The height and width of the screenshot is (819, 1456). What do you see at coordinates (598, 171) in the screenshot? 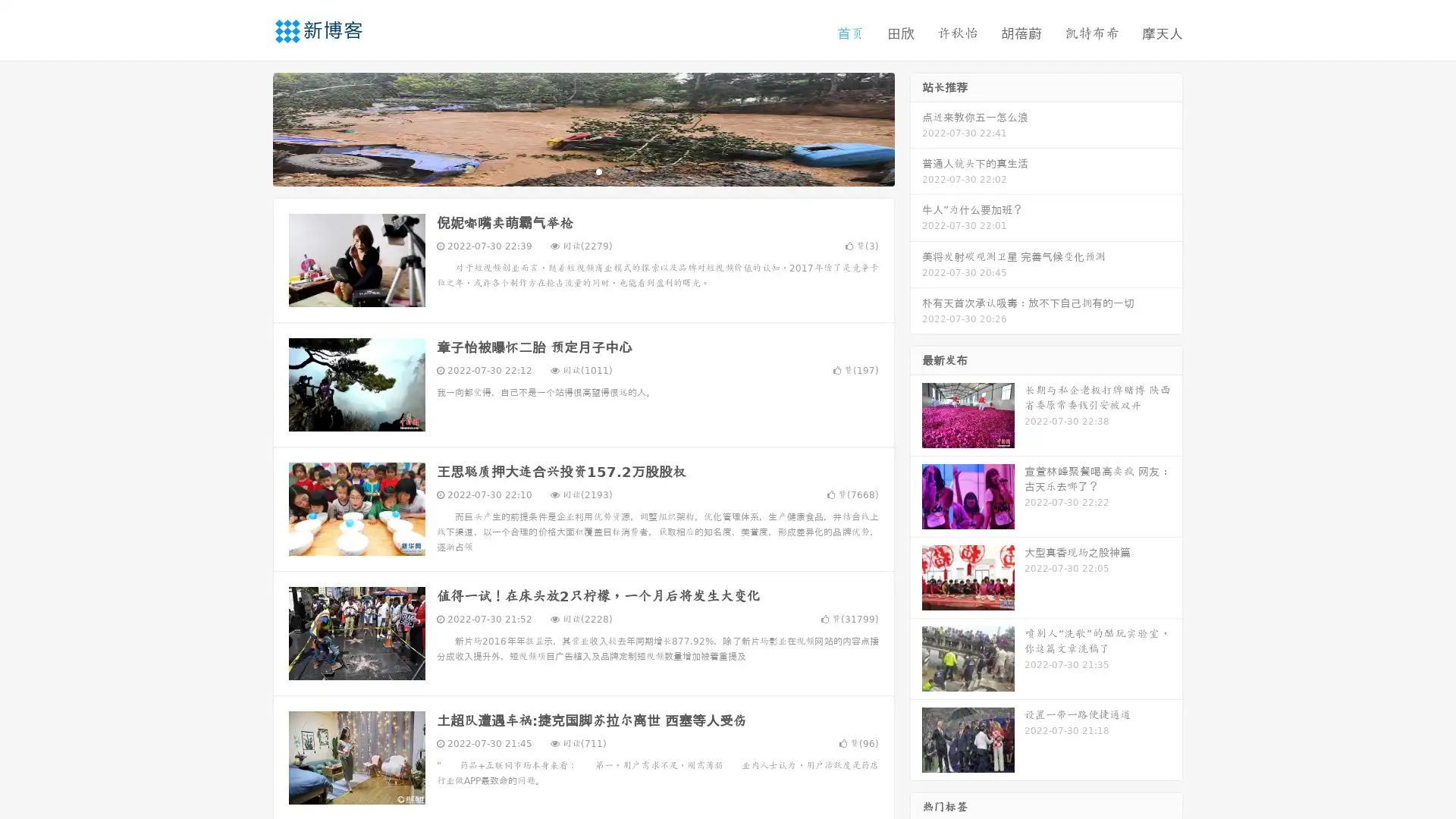
I see `Go to slide 3` at bounding box center [598, 171].